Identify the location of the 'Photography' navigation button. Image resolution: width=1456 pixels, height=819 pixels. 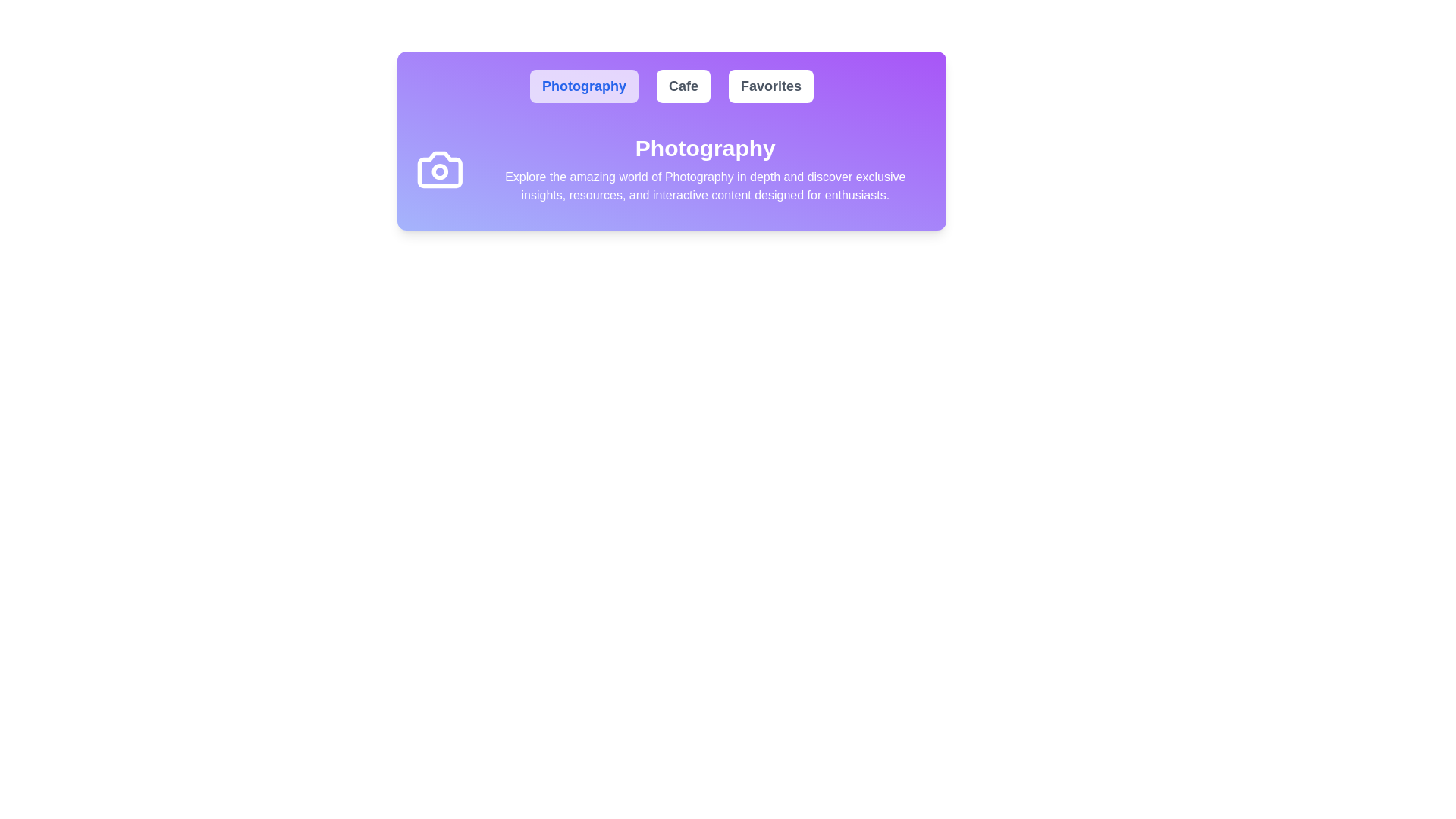
(583, 86).